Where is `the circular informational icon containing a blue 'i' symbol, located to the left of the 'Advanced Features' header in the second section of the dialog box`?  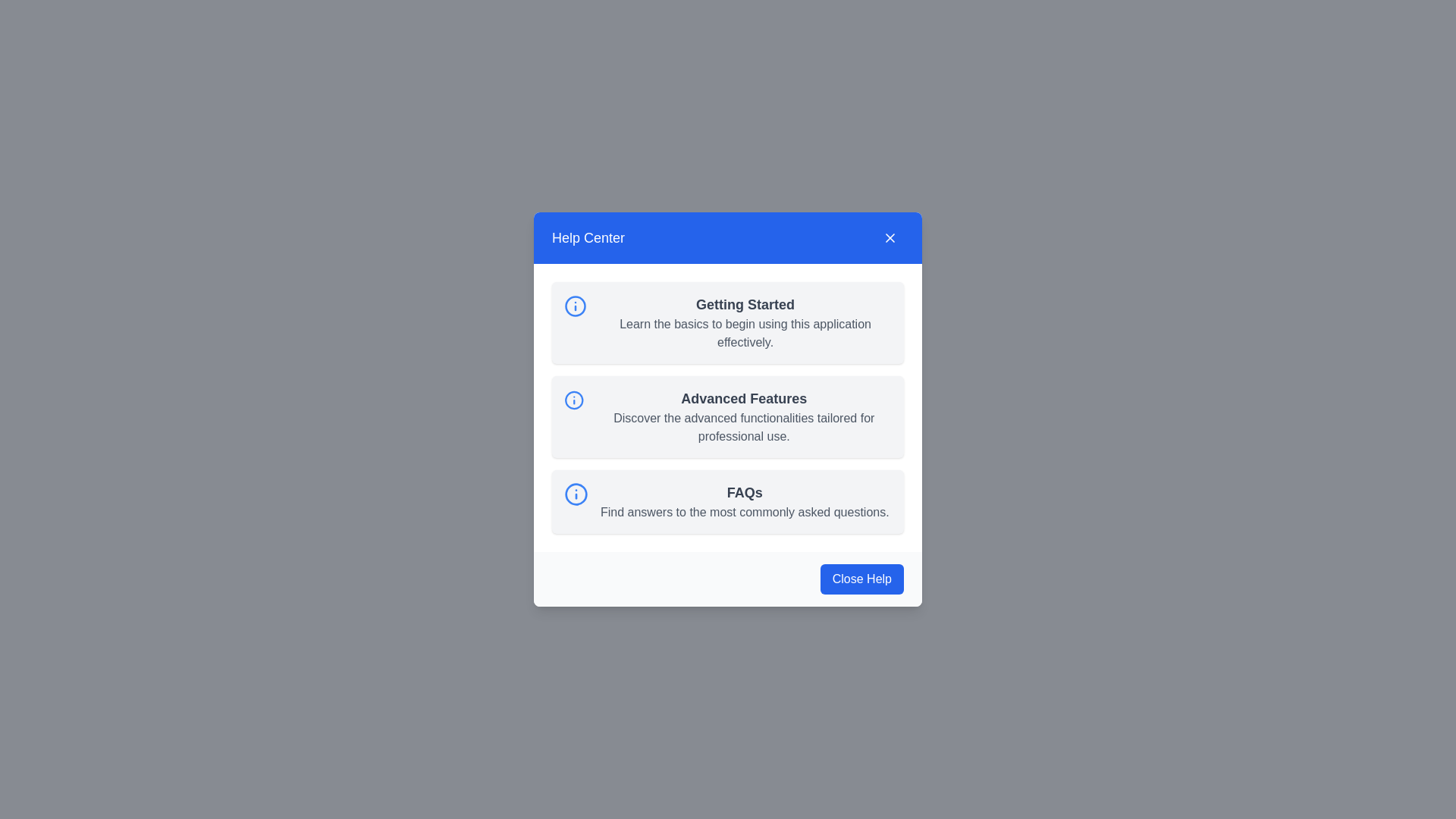 the circular informational icon containing a blue 'i' symbol, located to the left of the 'Advanced Features' header in the second section of the dialog box is located at coordinates (573, 400).